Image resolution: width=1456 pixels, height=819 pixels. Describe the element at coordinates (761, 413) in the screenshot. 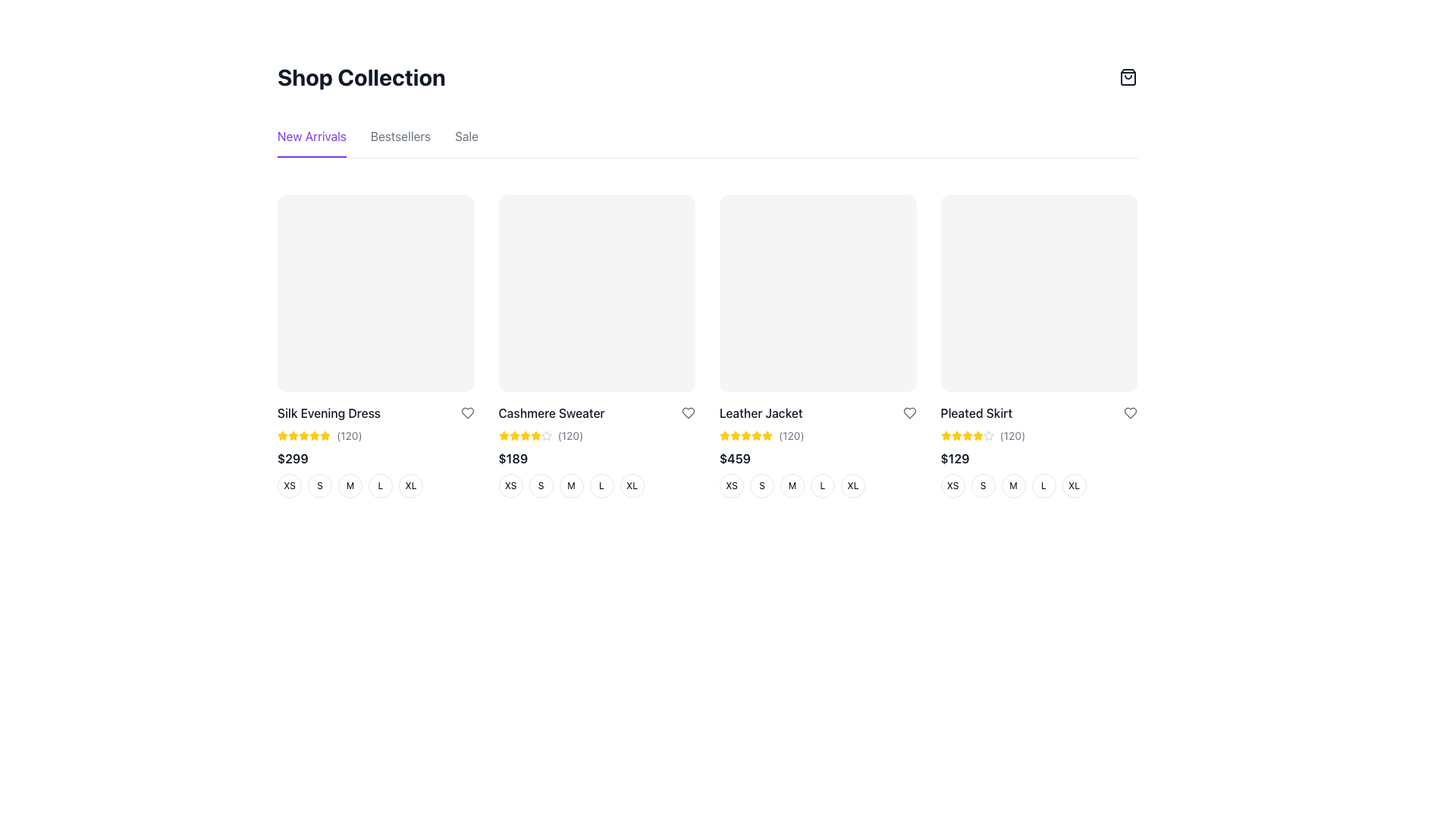

I see `text of the 'Leather Jacket' label, which is displayed in a medium-weight, dark gray font within the third product card, located below the image placeholder` at that location.